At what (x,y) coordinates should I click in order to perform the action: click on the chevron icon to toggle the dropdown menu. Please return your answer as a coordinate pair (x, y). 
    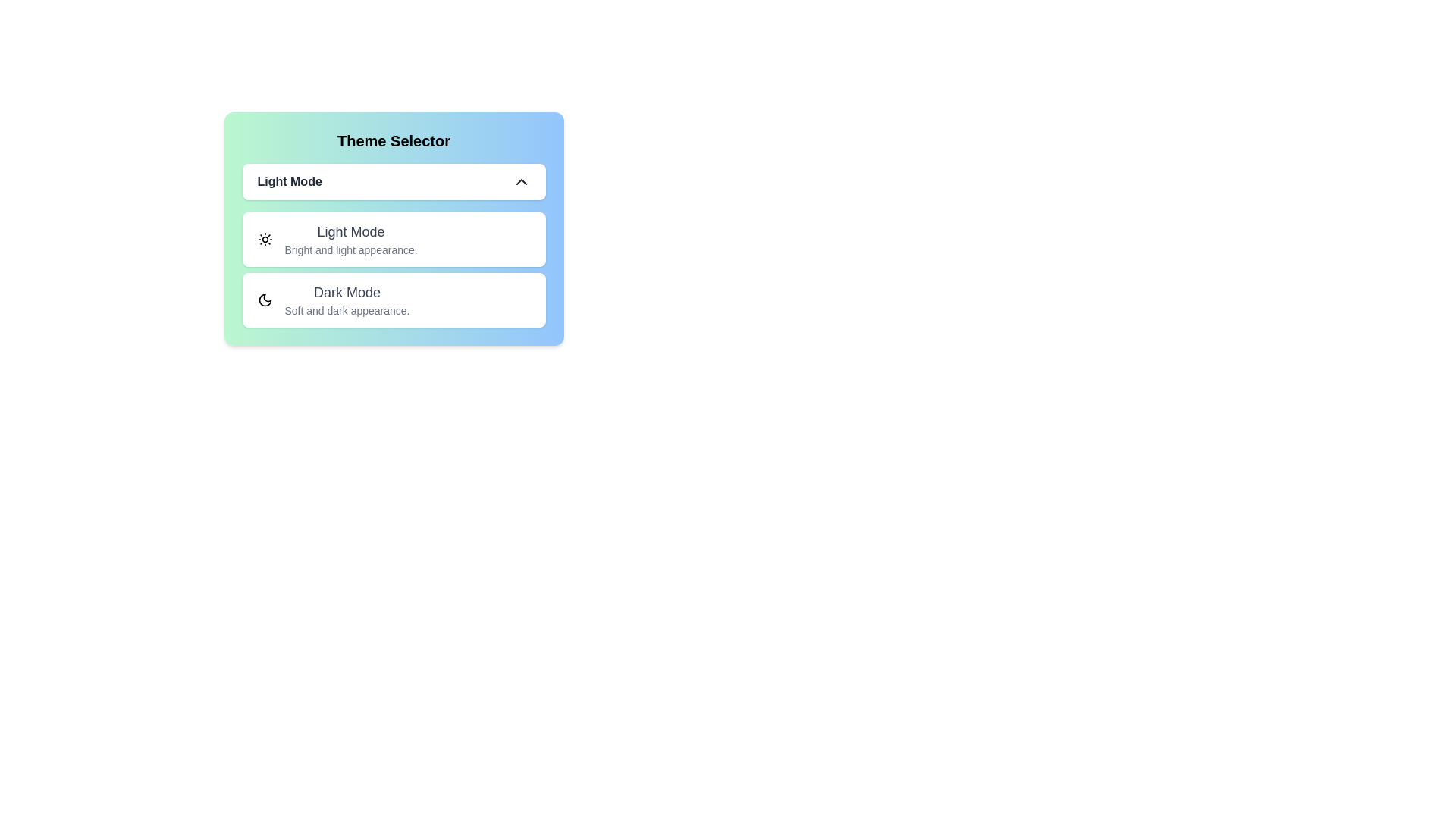
    Looking at the image, I should click on (521, 180).